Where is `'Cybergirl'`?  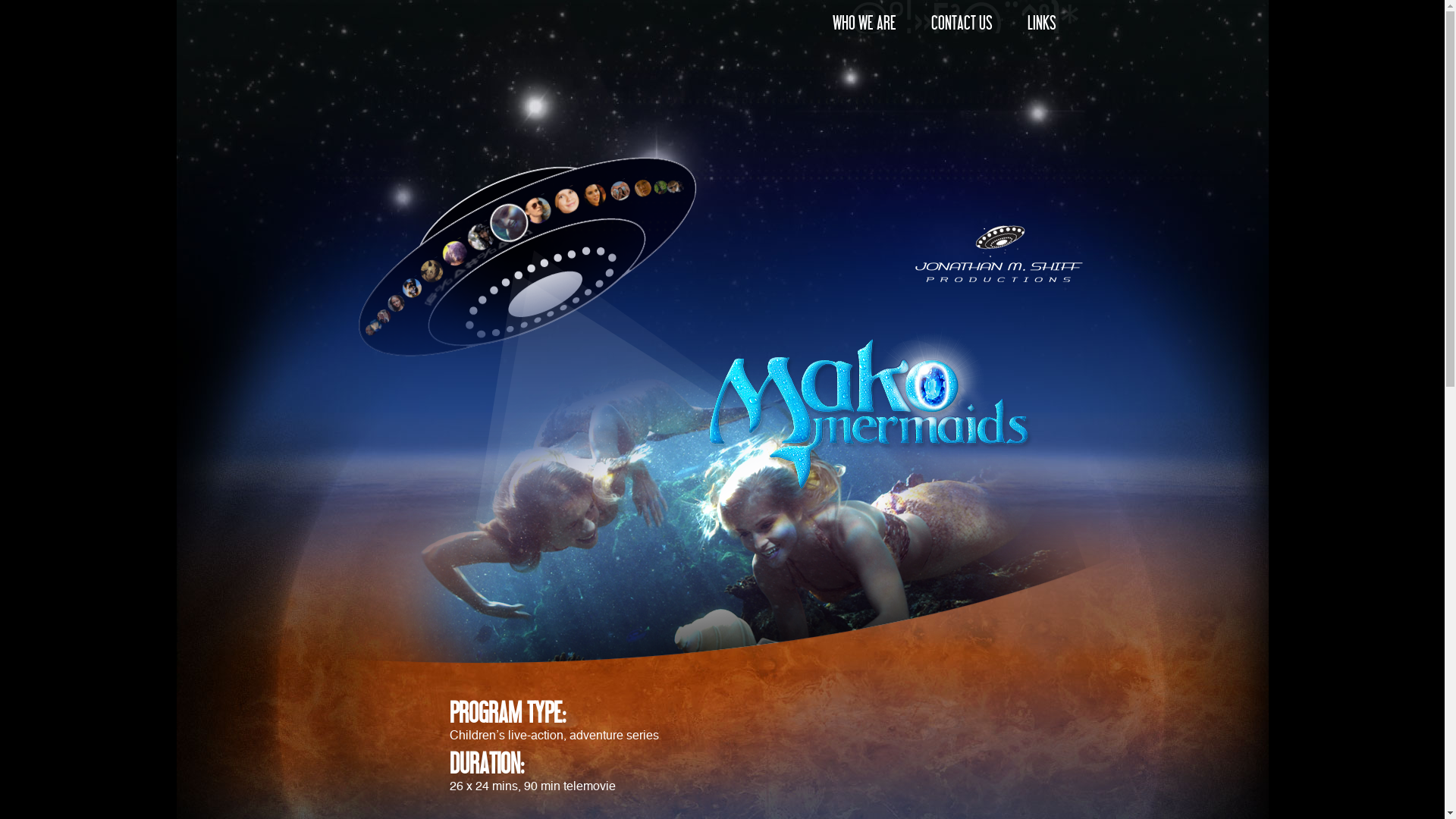
'Cybergirl' is located at coordinates (372, 327).